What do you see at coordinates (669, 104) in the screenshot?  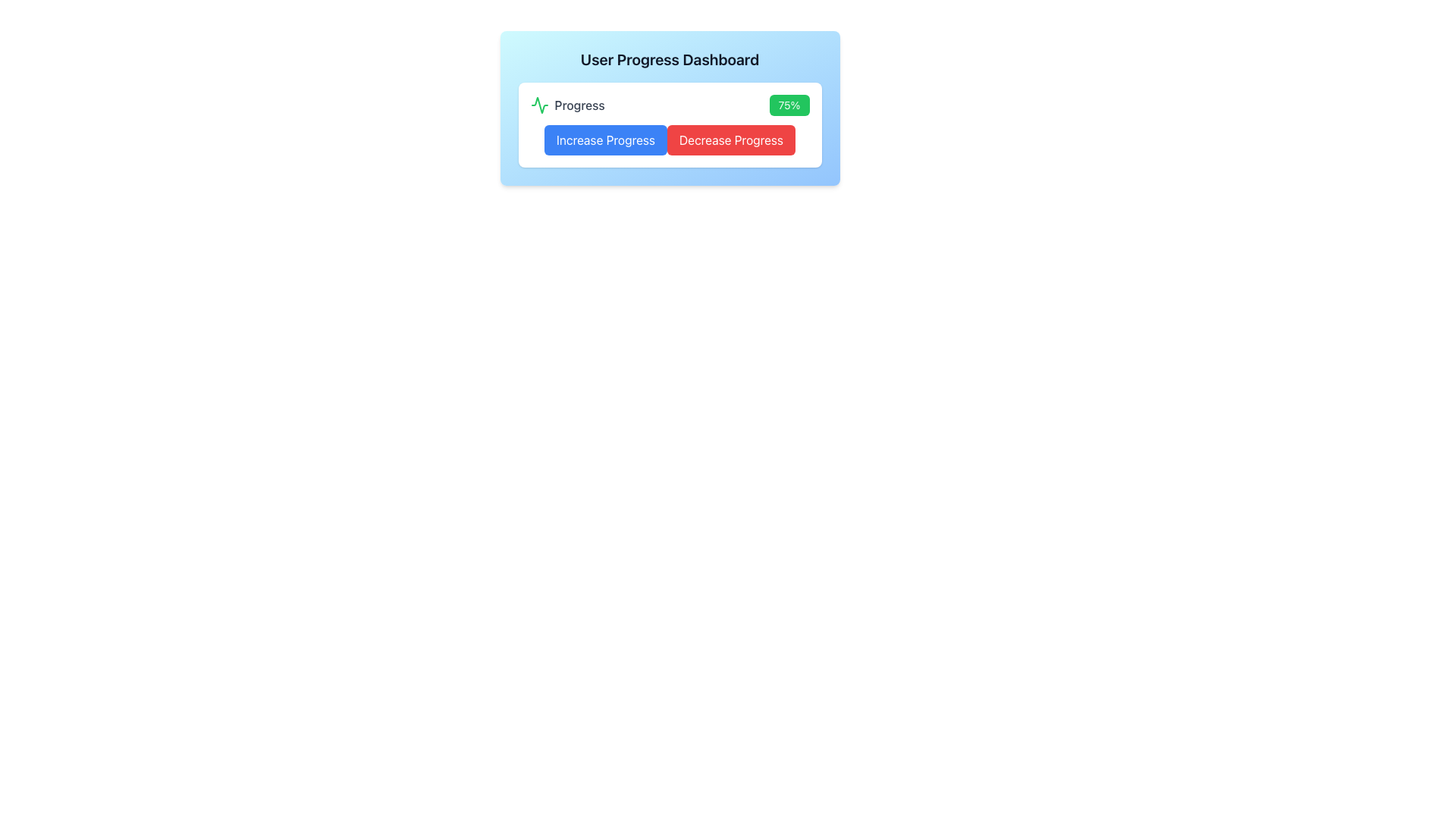 I see `the composite informational element displaying the current progress status, located above the 'Increase Progress' and 'Decrease Progress' buttons` at bounding box center [669, 104].